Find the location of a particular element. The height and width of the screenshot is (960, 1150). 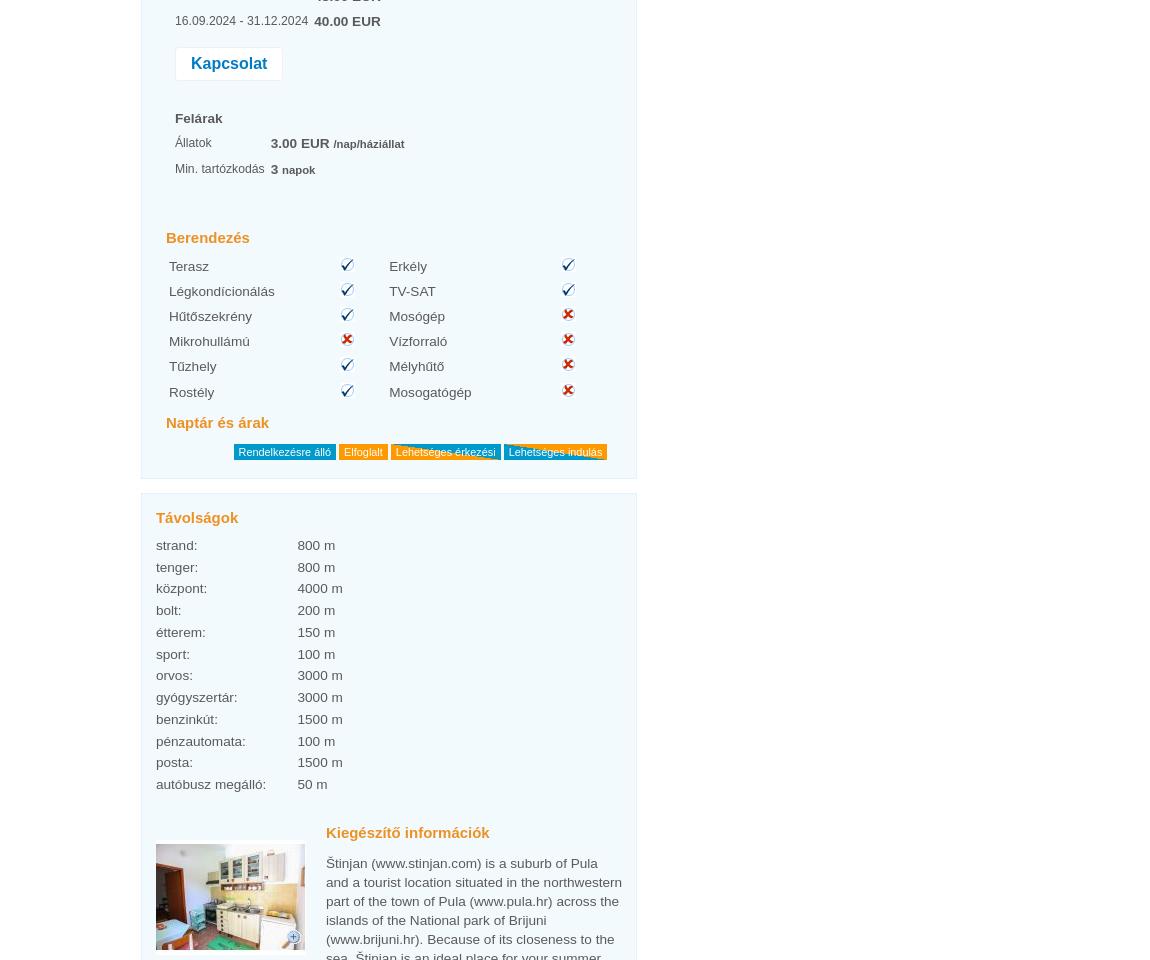

'31' is located at coordinates (527, 12).